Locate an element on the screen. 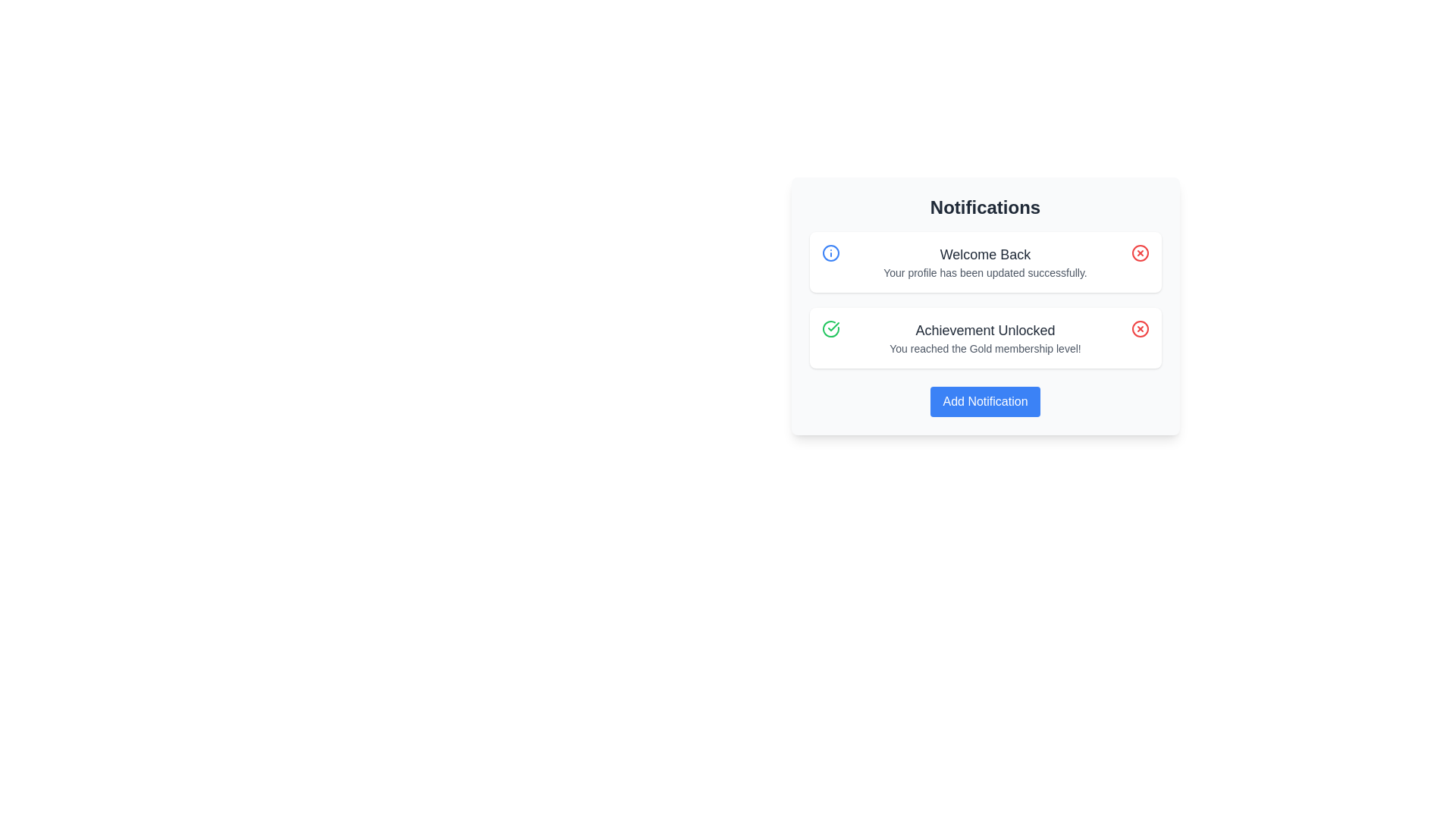 Image resolution: width=1456 pixels, height=819 pixels. the informational SVG graphic element located in the upper-right corner of the 'Notification' card, next to the 'Welcome Back' text for reading is located at coordinates (830, 253).